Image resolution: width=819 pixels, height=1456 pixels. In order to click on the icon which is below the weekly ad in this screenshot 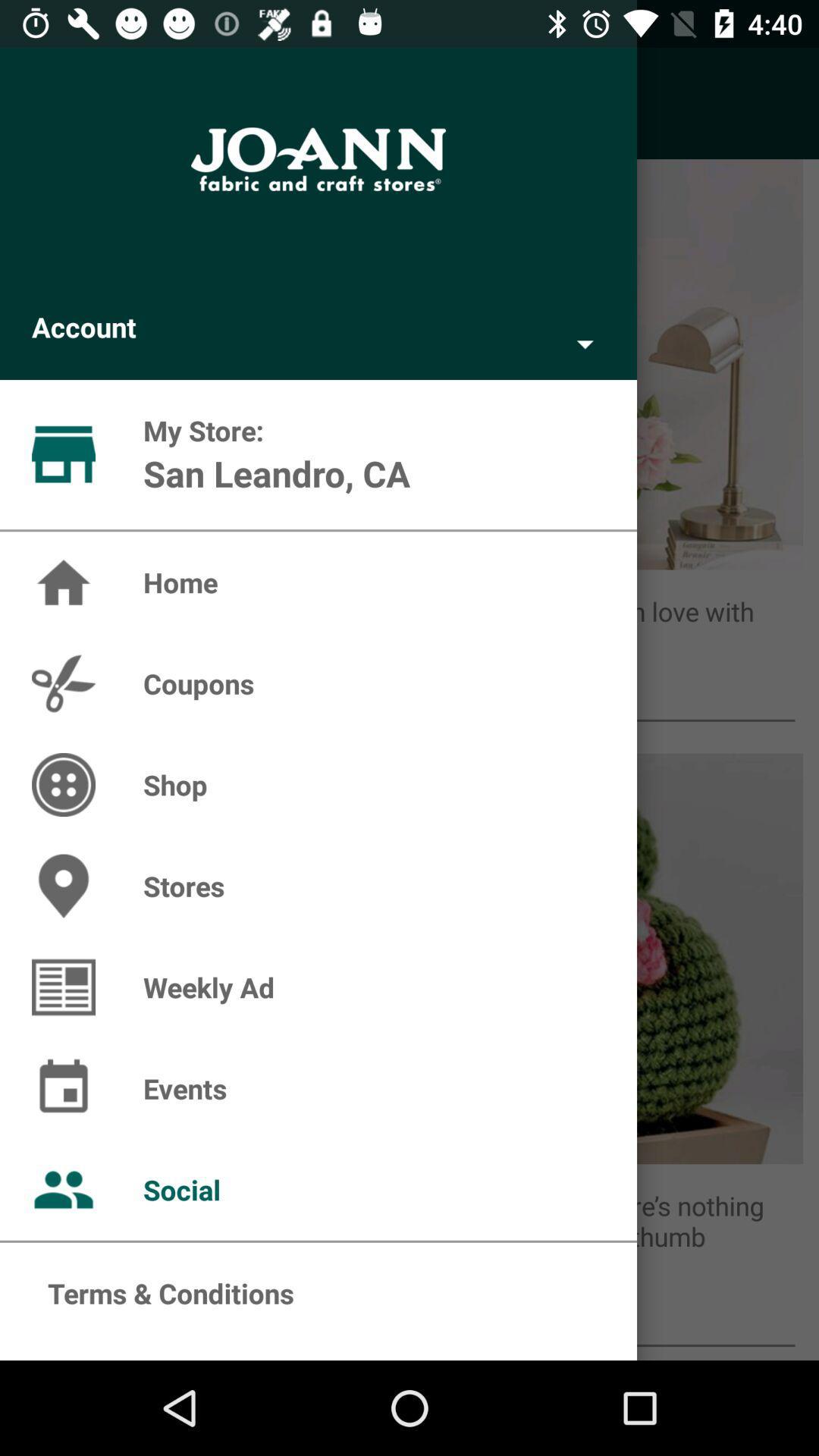, I will do `click(63, 987)`.